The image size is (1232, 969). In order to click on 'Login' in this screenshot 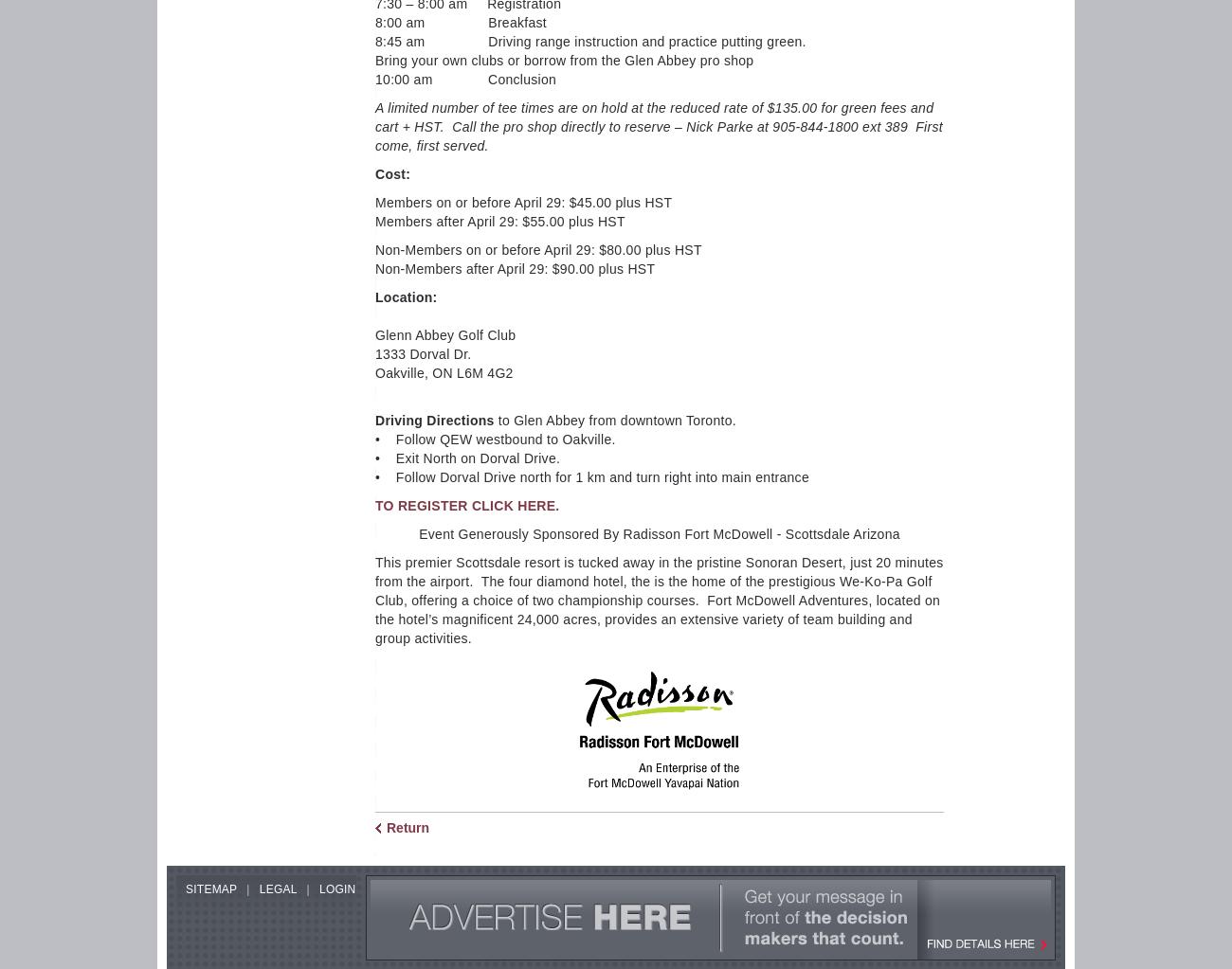, I will do `click(317, 888)`.